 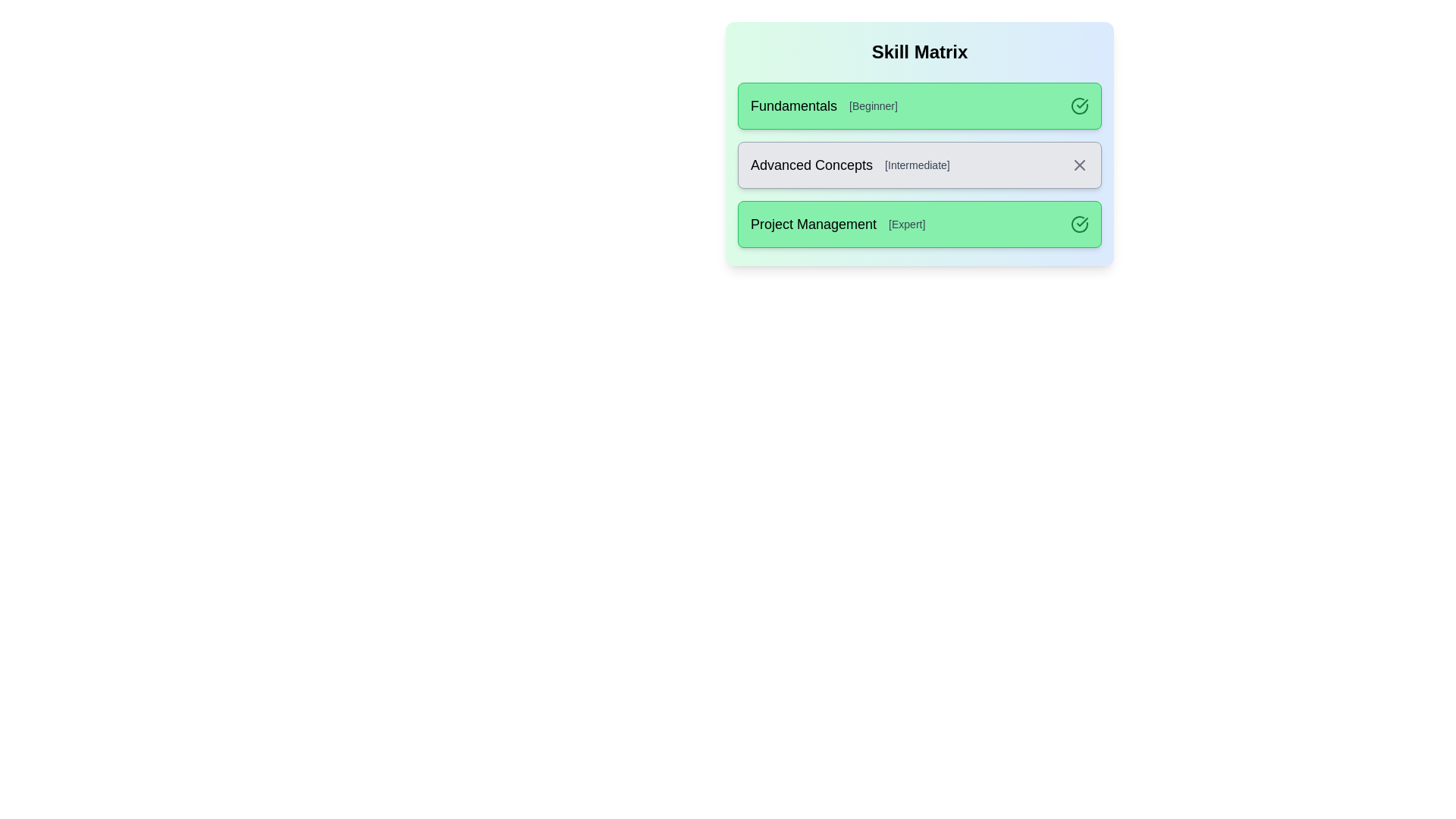 What do you see at coordinates (919, 105) in the screenshot?
I see `the skill entry to read its details` at bounding box center [919, 105].